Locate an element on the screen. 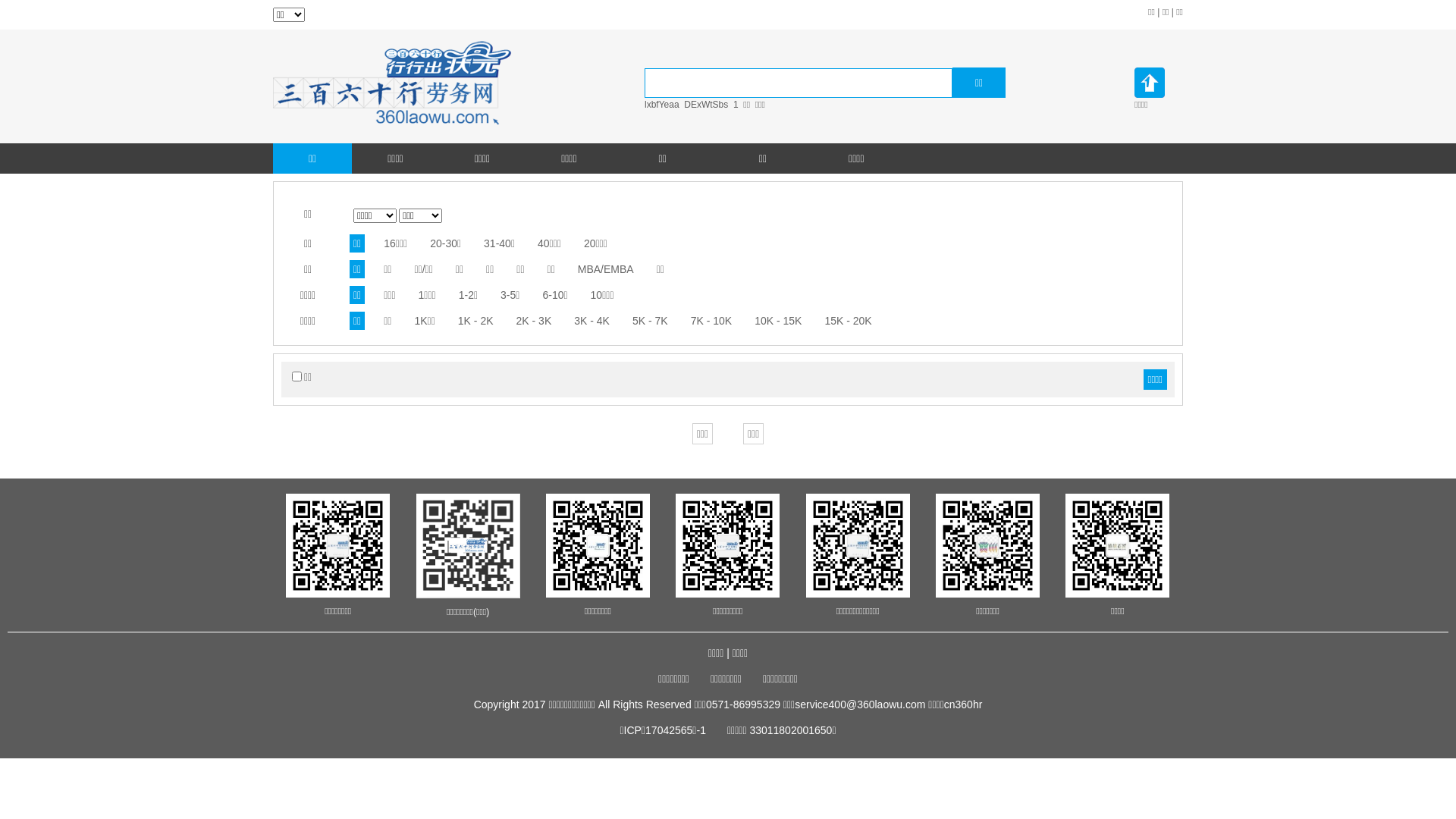 This screenshot has width=1456, height=819. 'MBA/EMBA' is located at coordinates (604, 268).